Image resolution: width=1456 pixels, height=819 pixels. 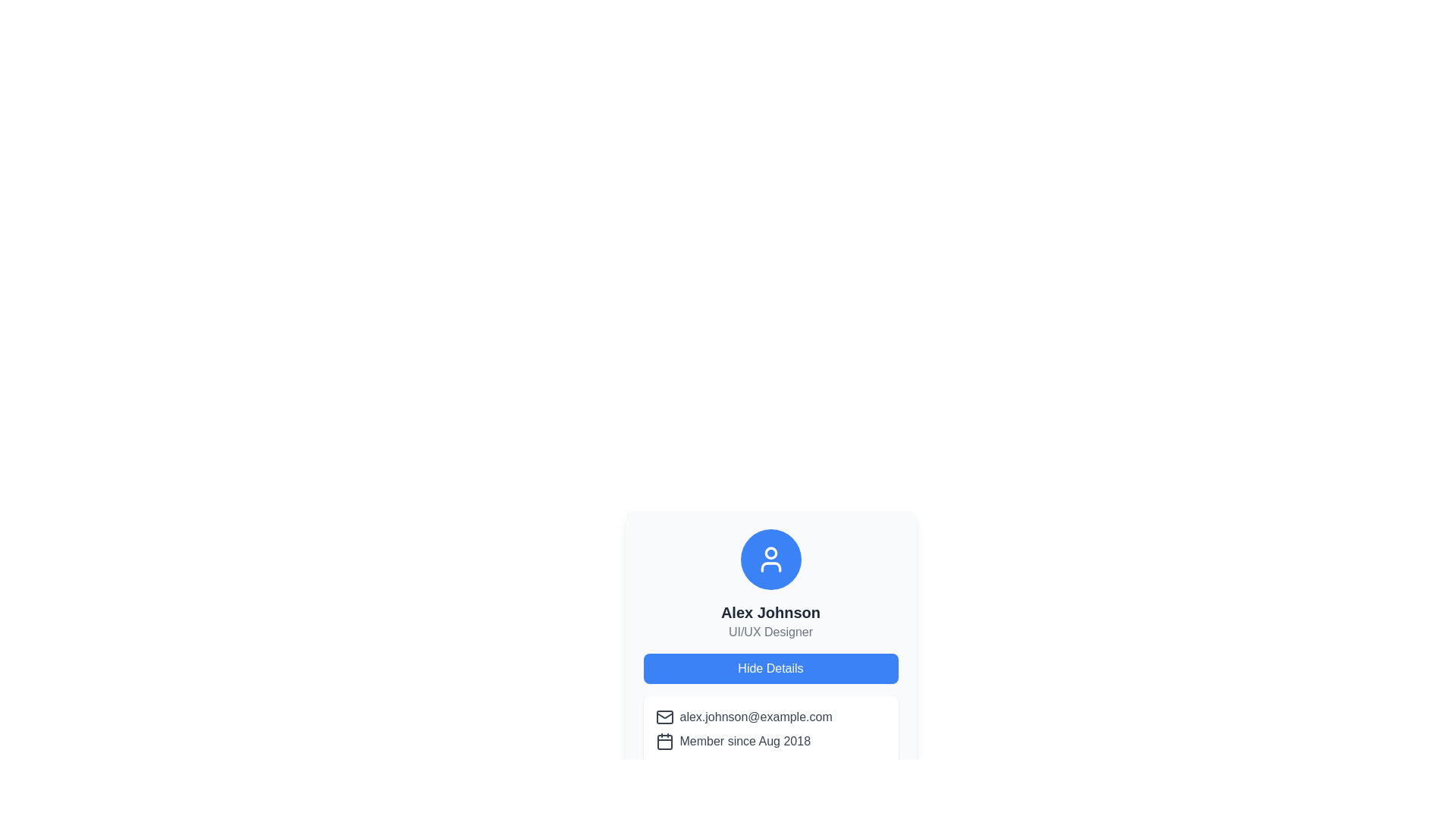 I want to click on the circular graphical illustration component representing the user profile's head, which is colored blue and white and located at the top of the user profile card, so click(x=770, y=553).